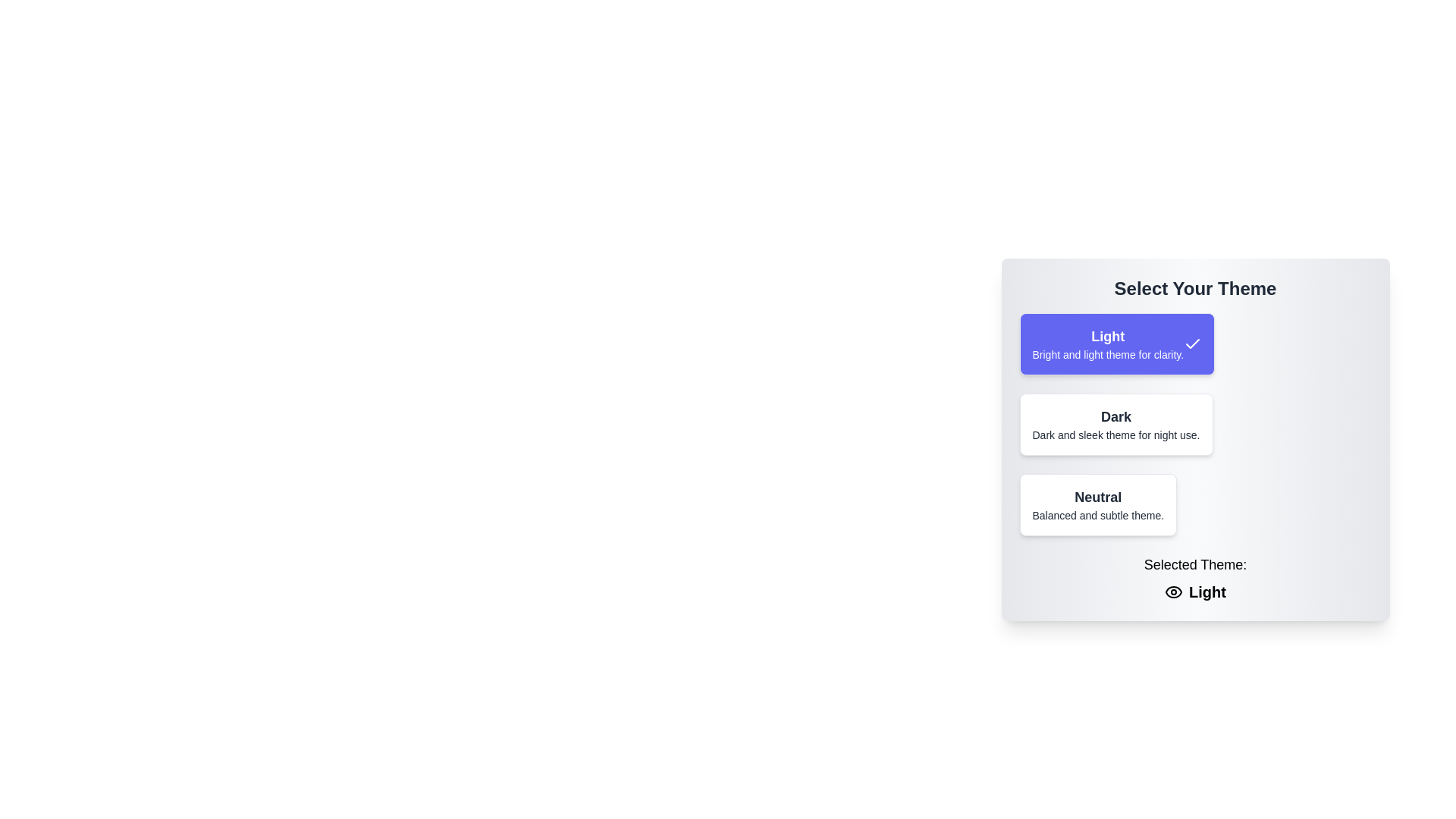 The image size is (1456, 819). What do you see at coordinates (1108, 335) in the screenshot?
I see `the text label displaying 'Light' in bold white font on a purple background, located at the top of the 'Light' UI card` at bounding box center [1108, 335].